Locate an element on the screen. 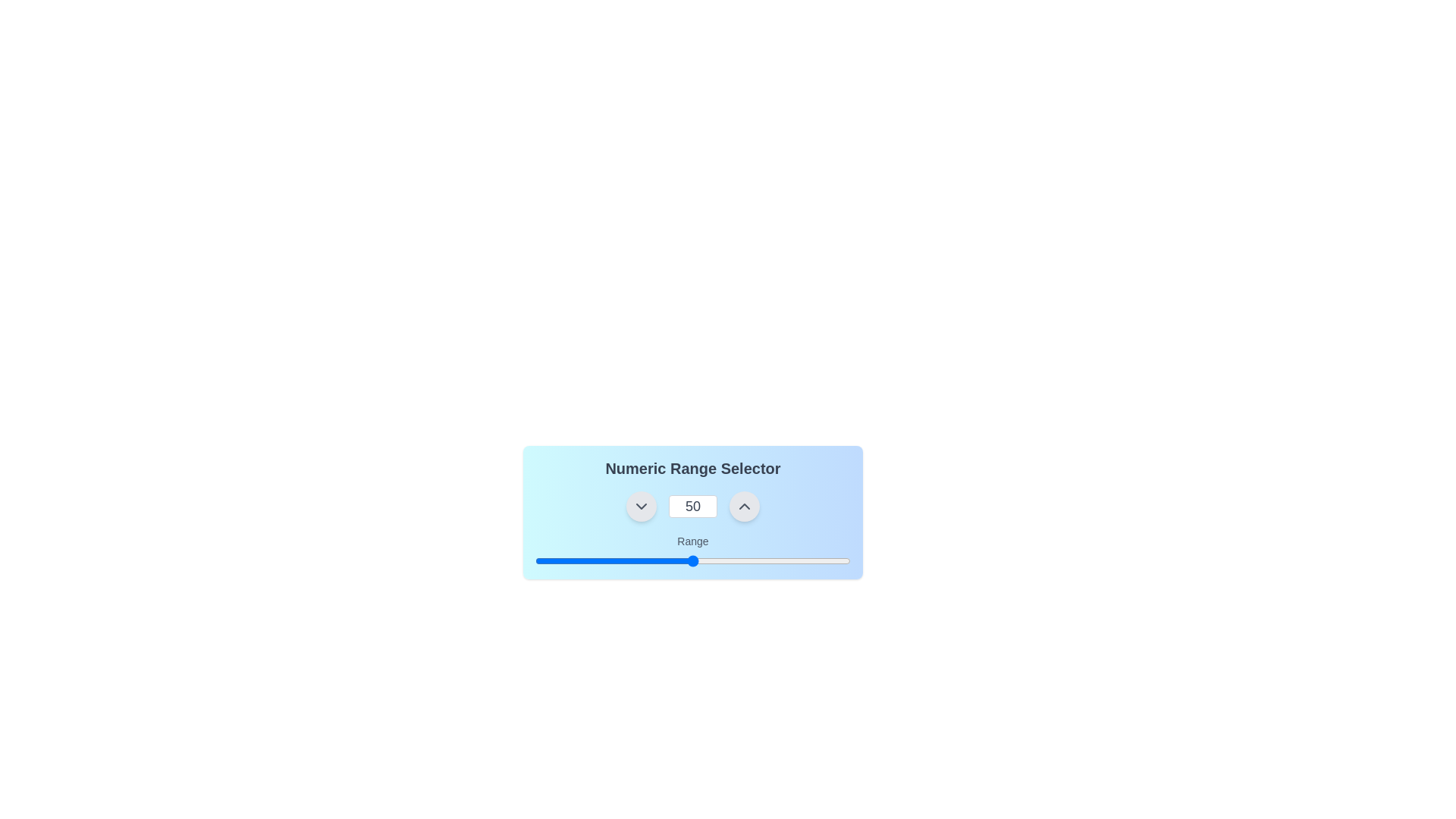 The image size is (1456, 819). range is located at coordinates (708, 561).